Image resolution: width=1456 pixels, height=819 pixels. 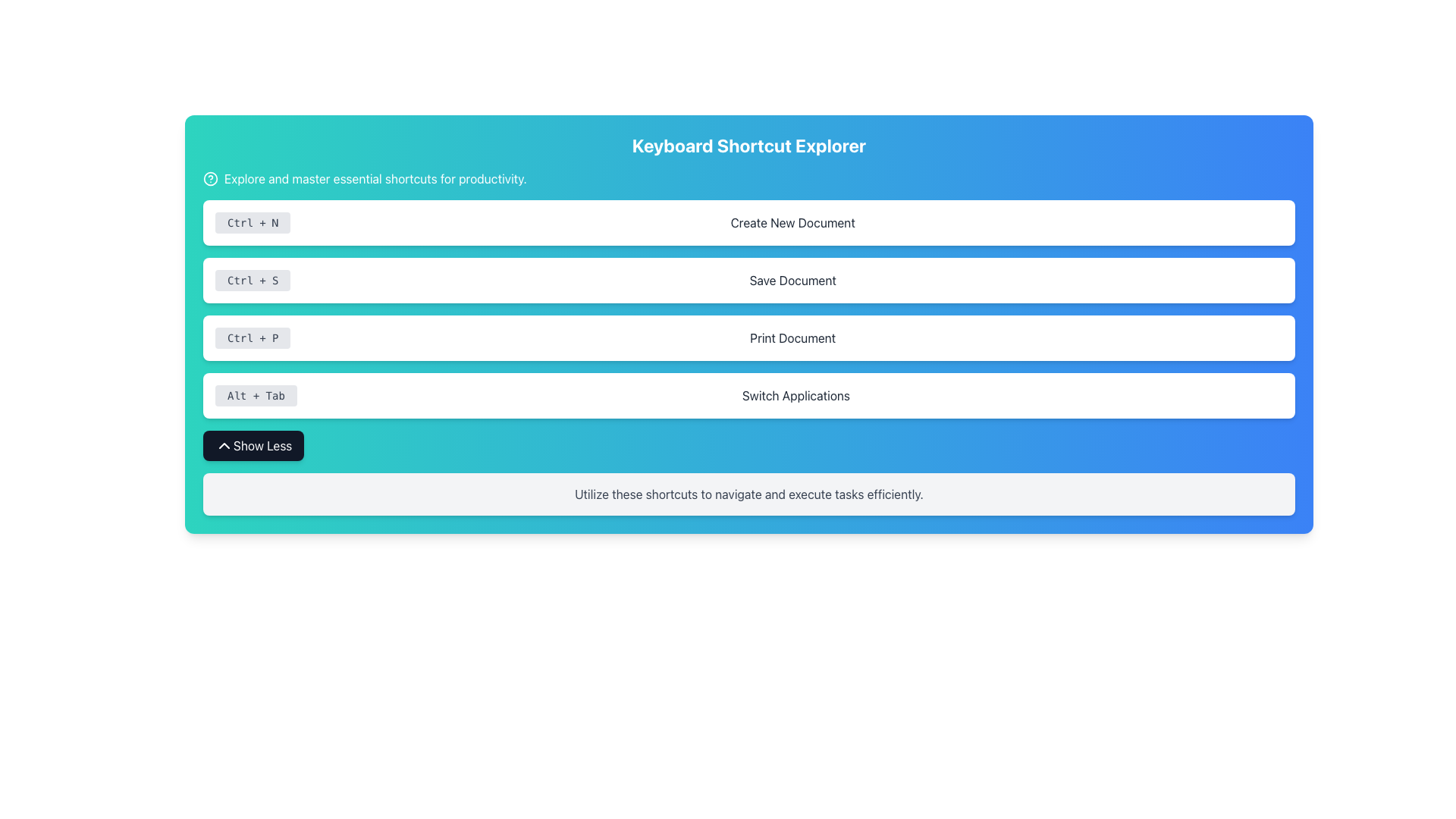 I want to click on the upward chevron icon located in the upper-left corner of the 'Show Less' button, so click(x=224, y=444).